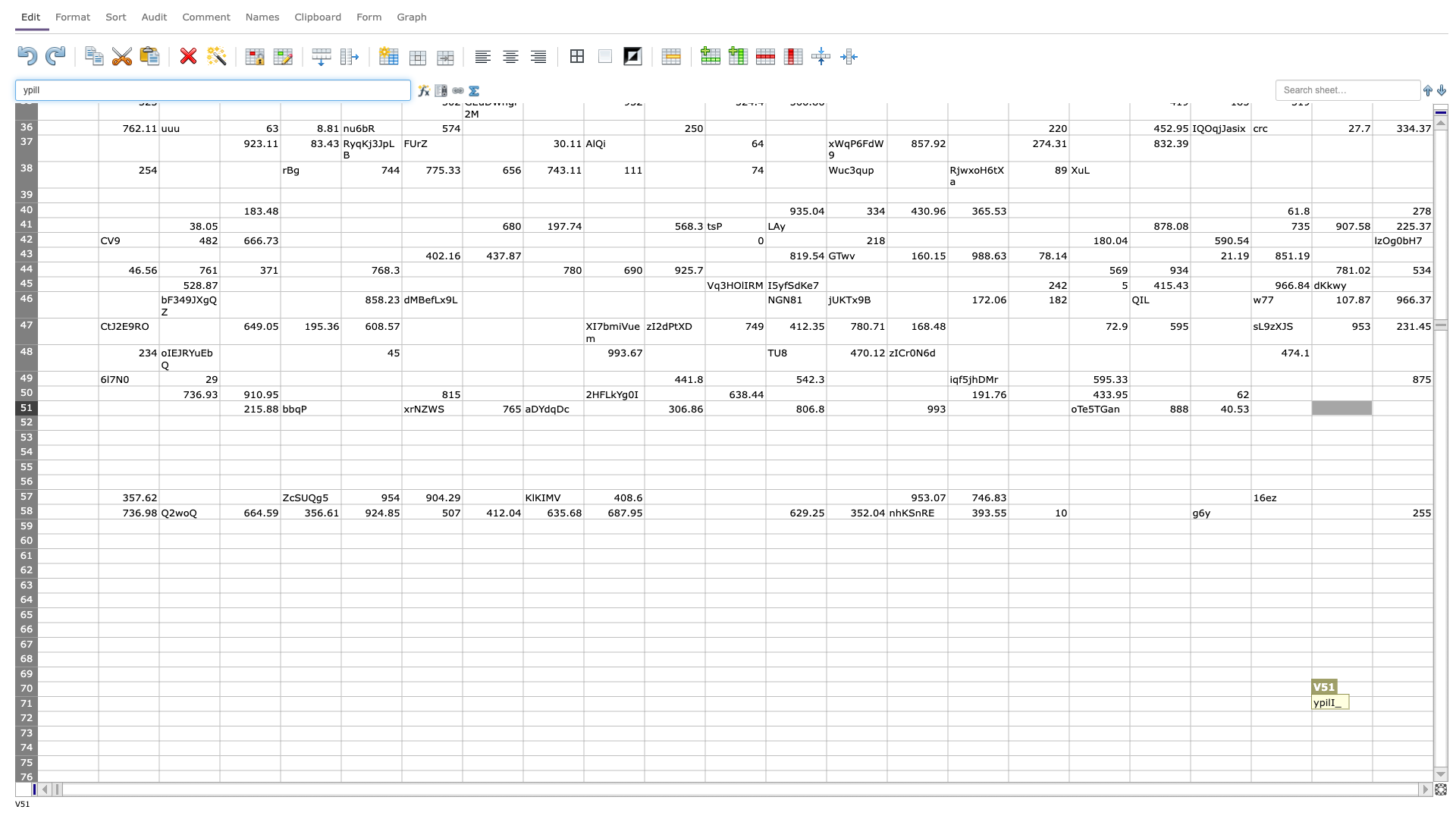 The height and width of the screenshot is (819, 1456). Describe the element at coordinates (159, 725) in the screenshot. I see `fill handle point of B72` at that location.